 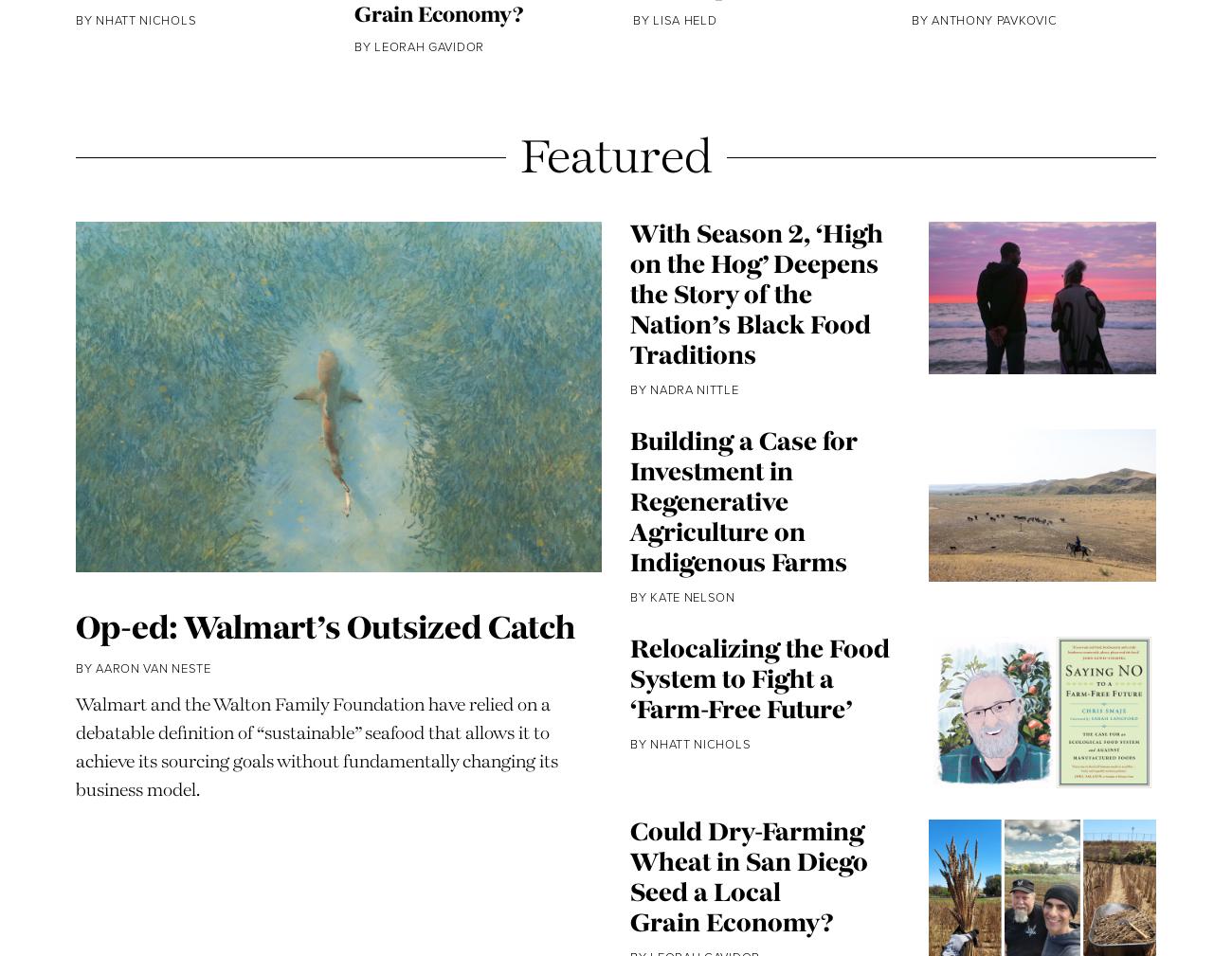 What do you see at coordinates (931, 76) in the screenshot?
I see `'Anthony Pavkovic'` at bounding box center [931, 76].